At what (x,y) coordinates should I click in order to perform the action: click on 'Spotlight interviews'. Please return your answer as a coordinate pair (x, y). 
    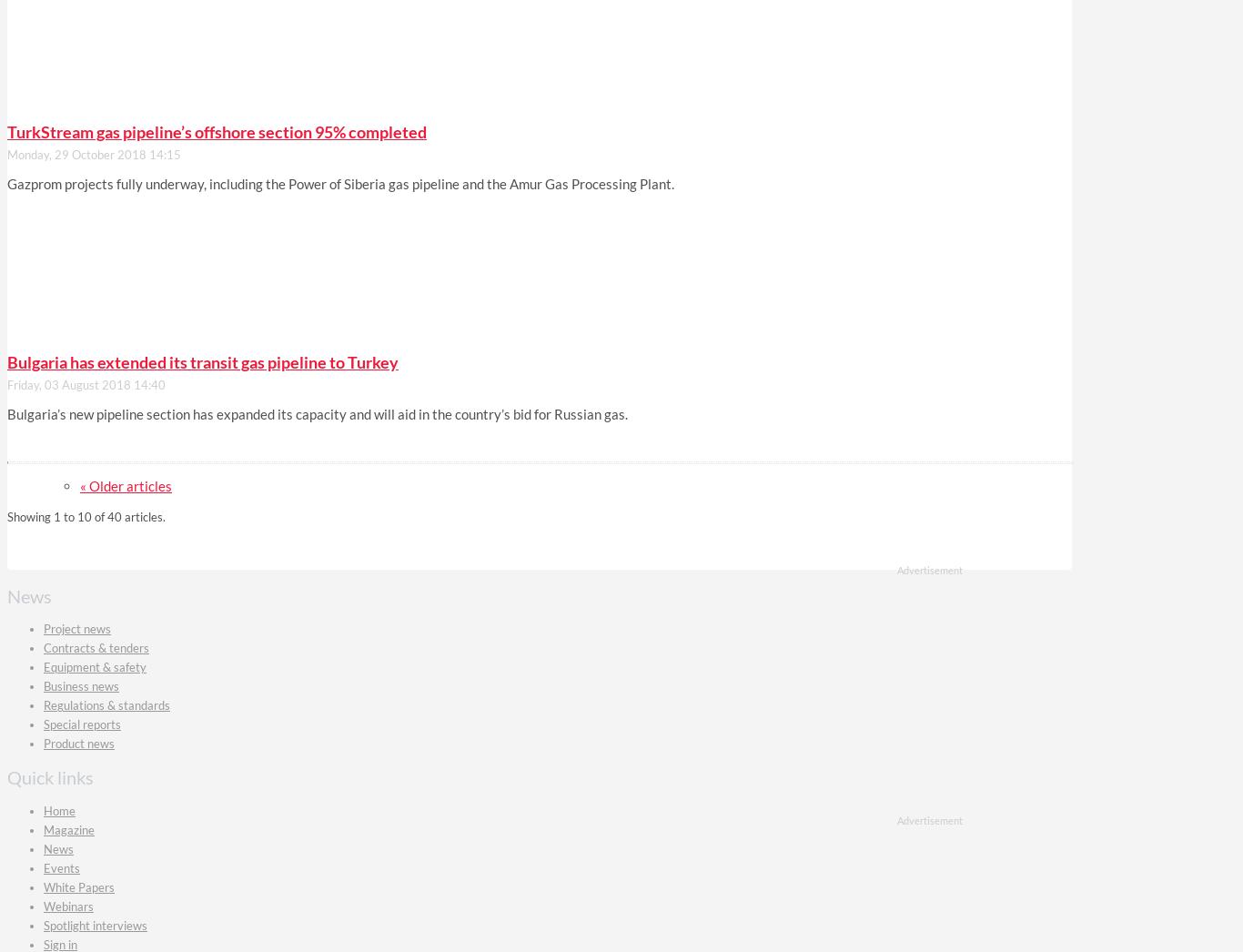
    Looking at the image, I should click on (96, 924).